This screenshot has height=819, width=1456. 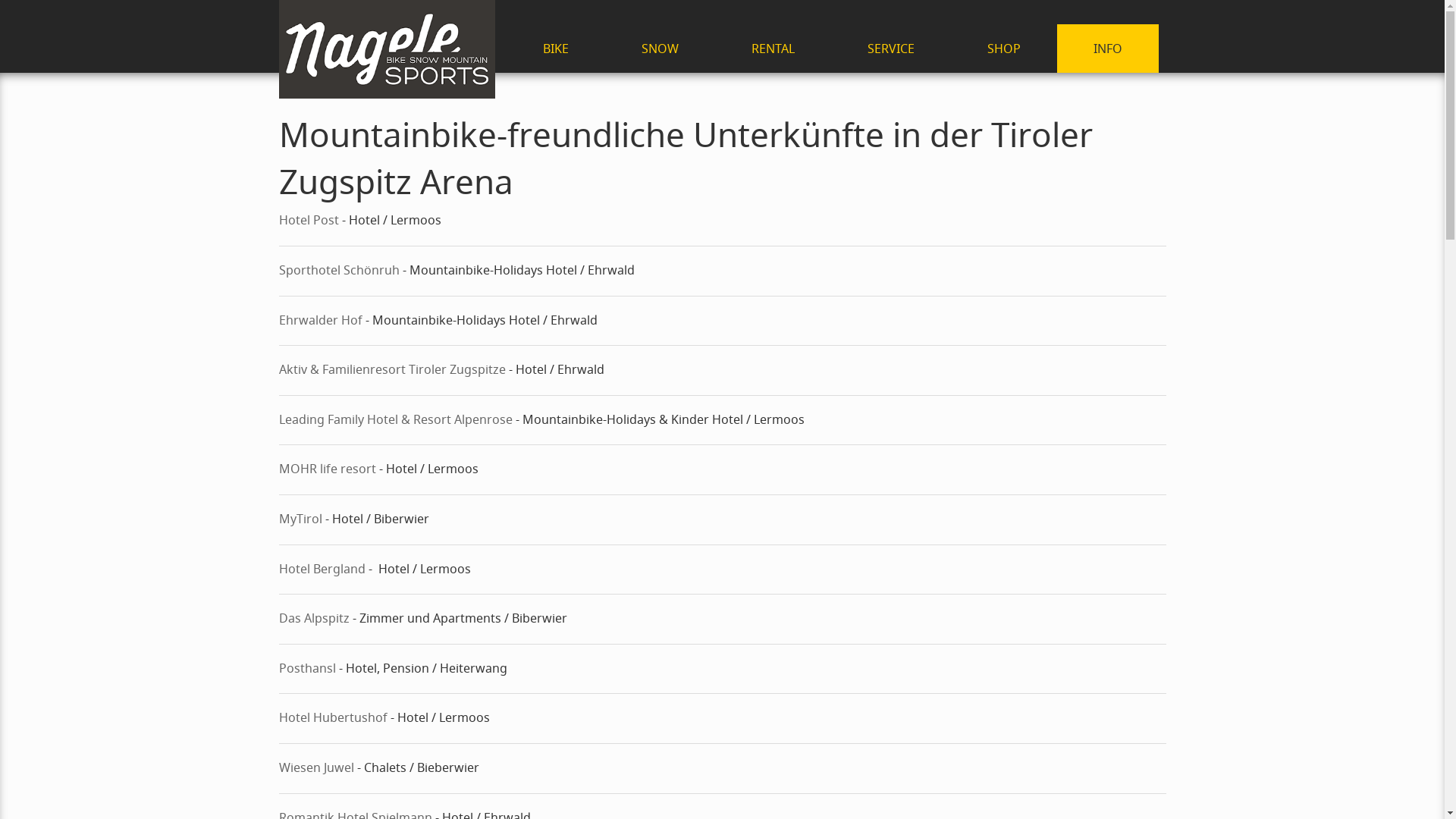 I want to click on 'Posthansl', so click(x=279, y=667).